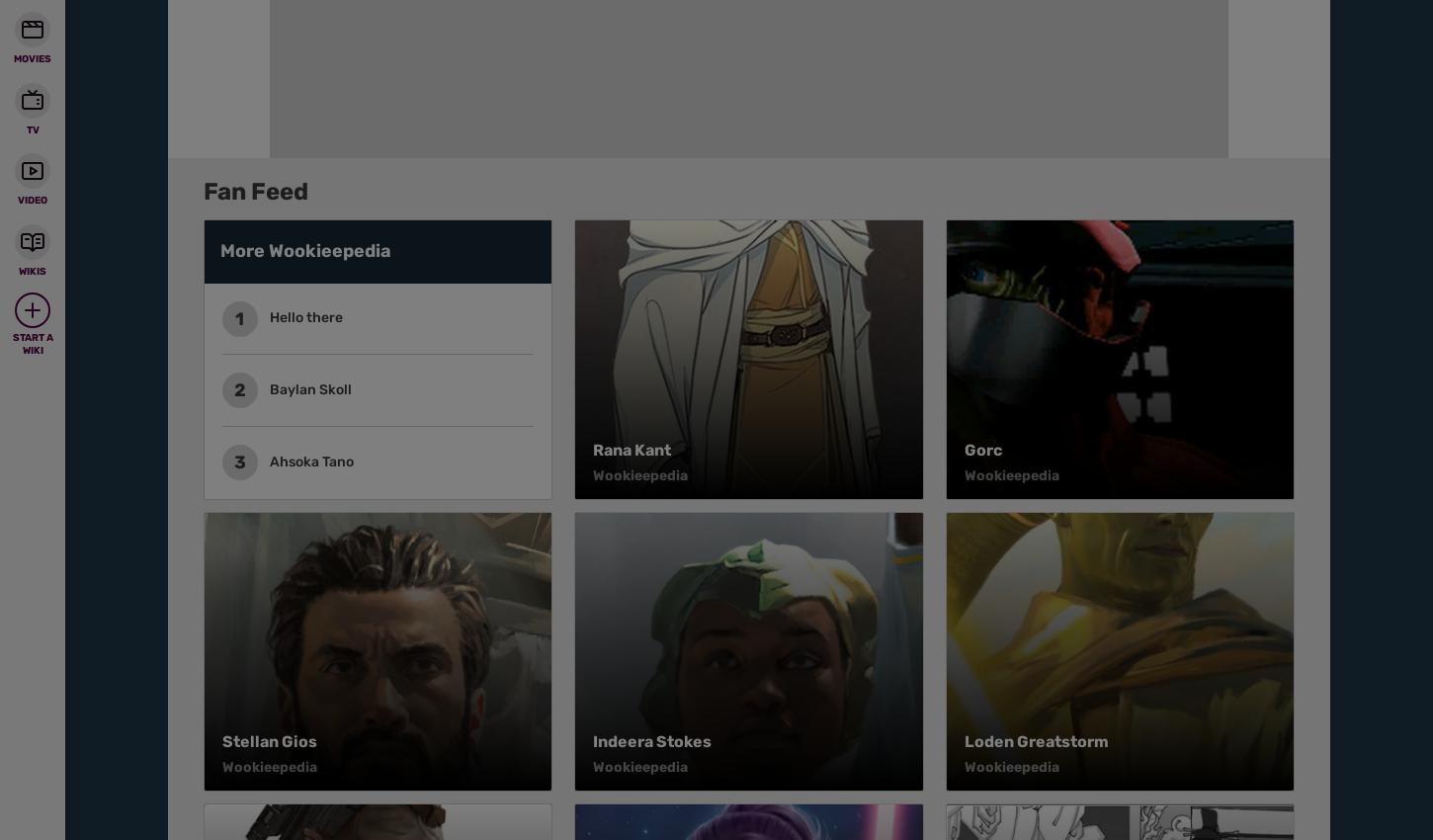 Image resolution: width=1433 pixels, height=840 pixels. Describe the element at coordinates (292, 93) in the screenshot. I see `'Fanatical'` at that location.